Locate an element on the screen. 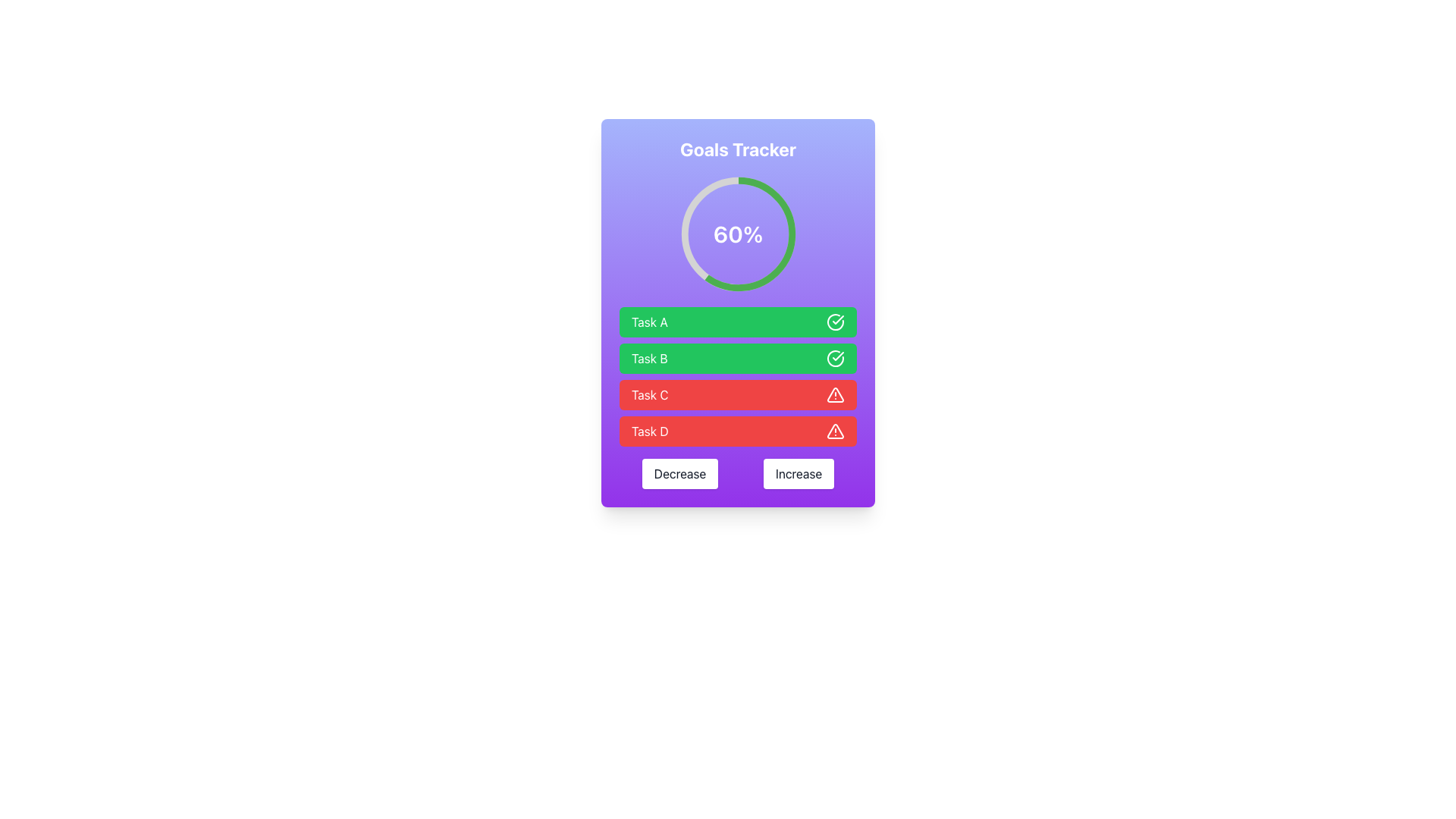 This screenshot has height=819, width=1456. the list item labeled 'Task D' with a red background and a white alert icon, positioned as the fourth item in the 'Goals Tracker' panel is located at coordinates (738, 431).